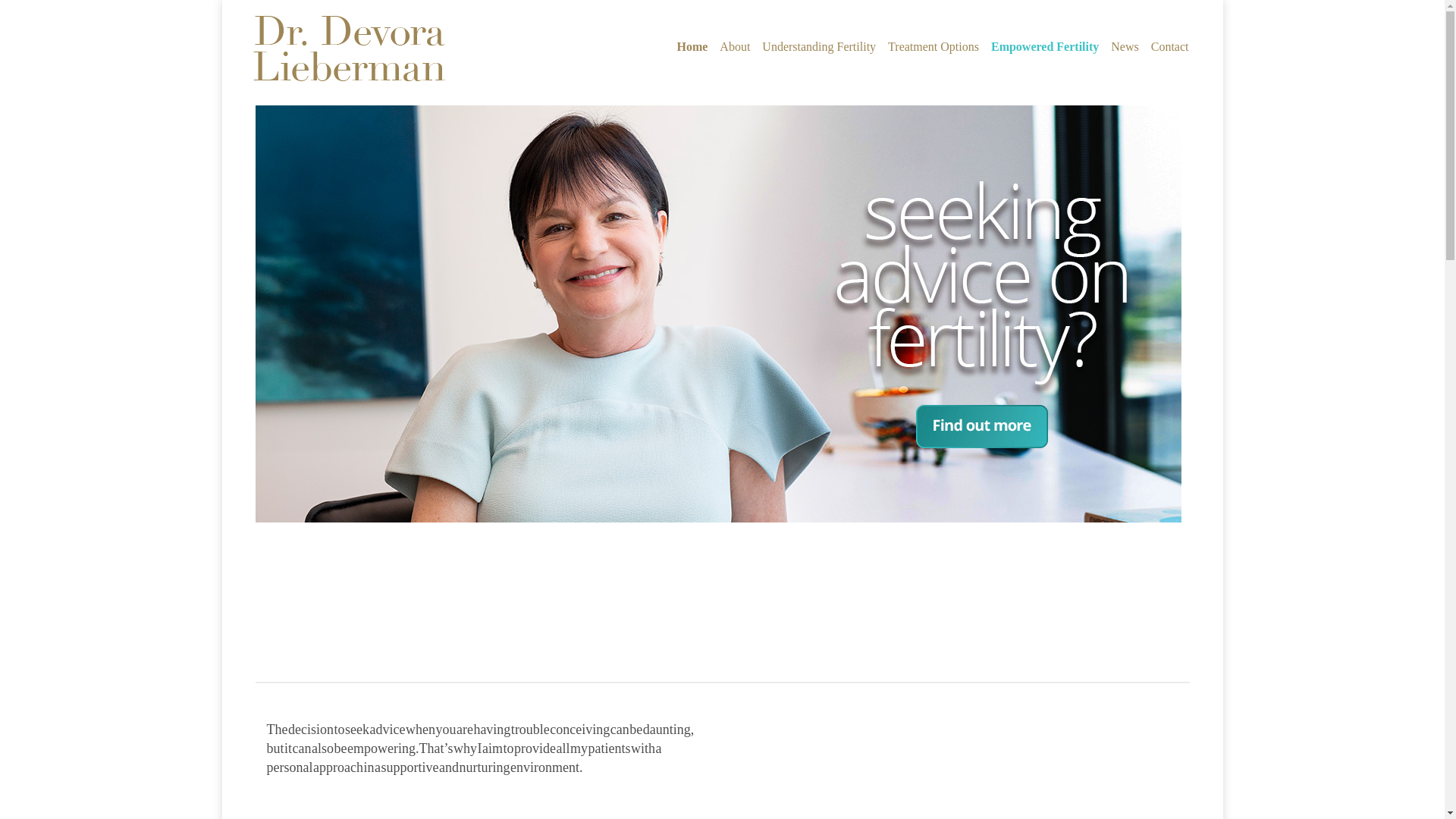 Image resolution: width=1456 pixels, height=819 pixels. I want to click on 'Home', so click(691, 46).